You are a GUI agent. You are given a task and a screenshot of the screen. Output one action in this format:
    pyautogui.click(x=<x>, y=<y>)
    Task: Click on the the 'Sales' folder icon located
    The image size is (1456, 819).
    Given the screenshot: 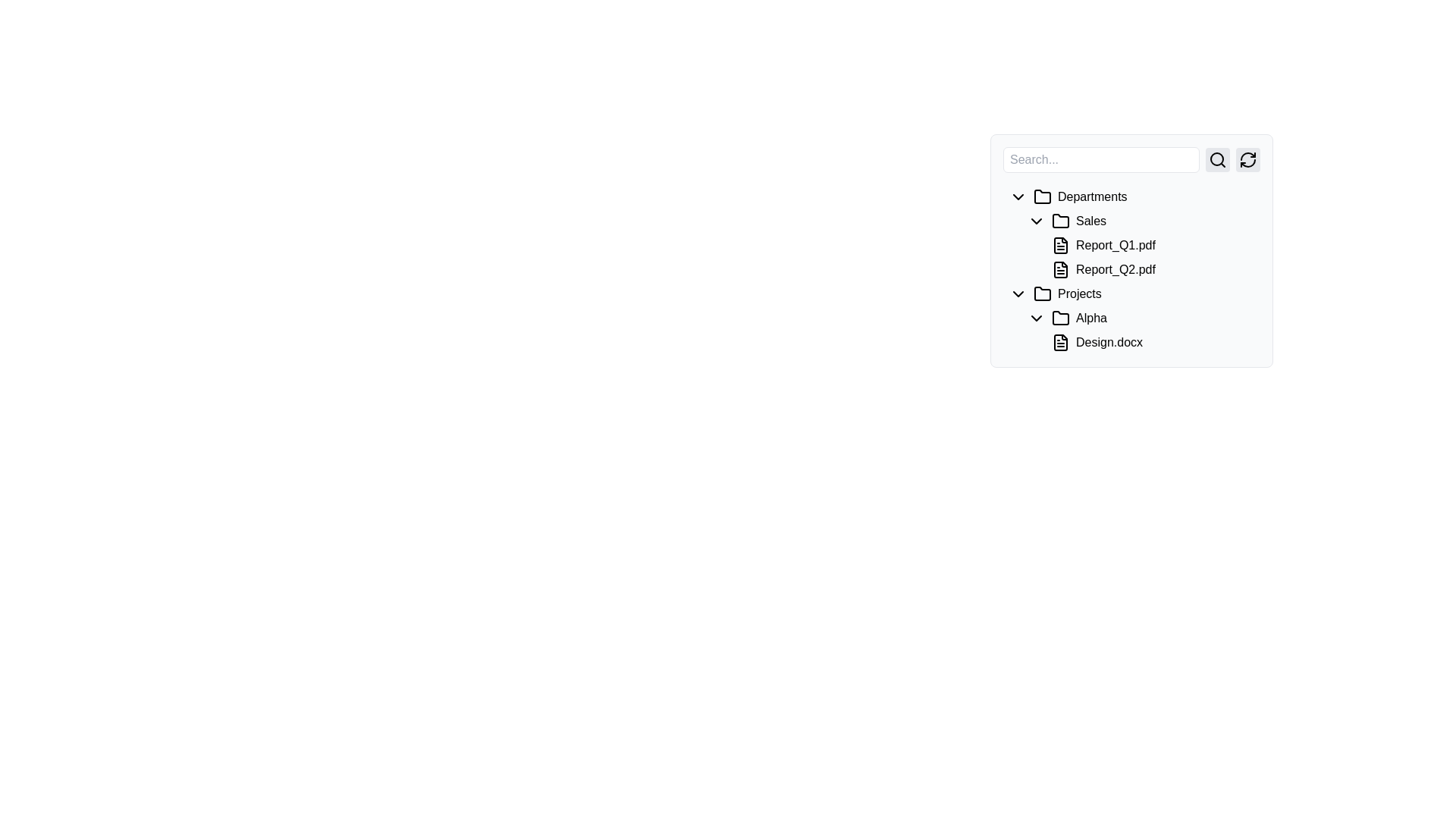 What is the action you would take?
    pyautogui.click(x=1059, y=221)
    